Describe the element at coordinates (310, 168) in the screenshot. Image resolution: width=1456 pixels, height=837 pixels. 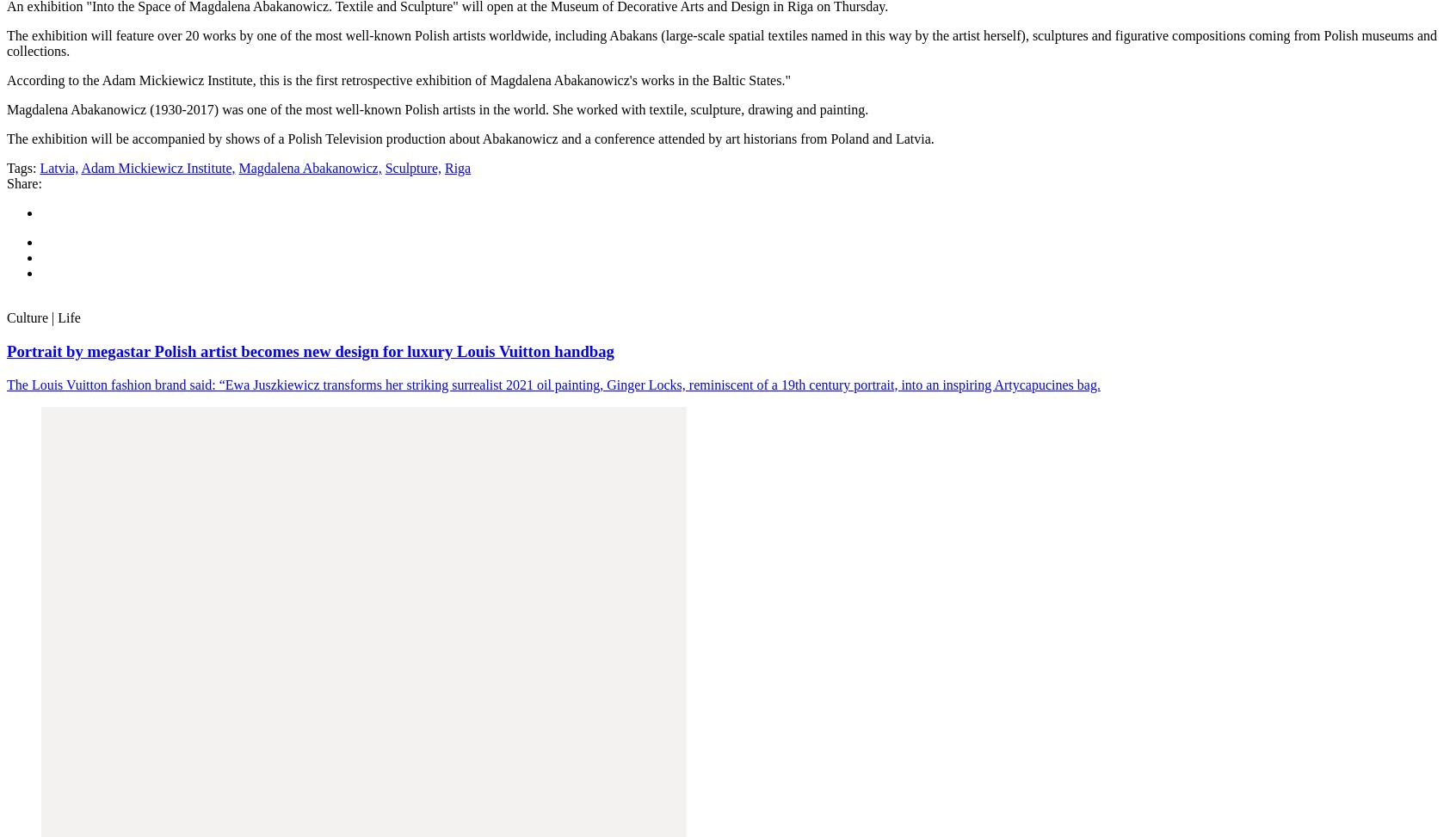
I see `'Magdalena Abakanowicz,'` at that location.